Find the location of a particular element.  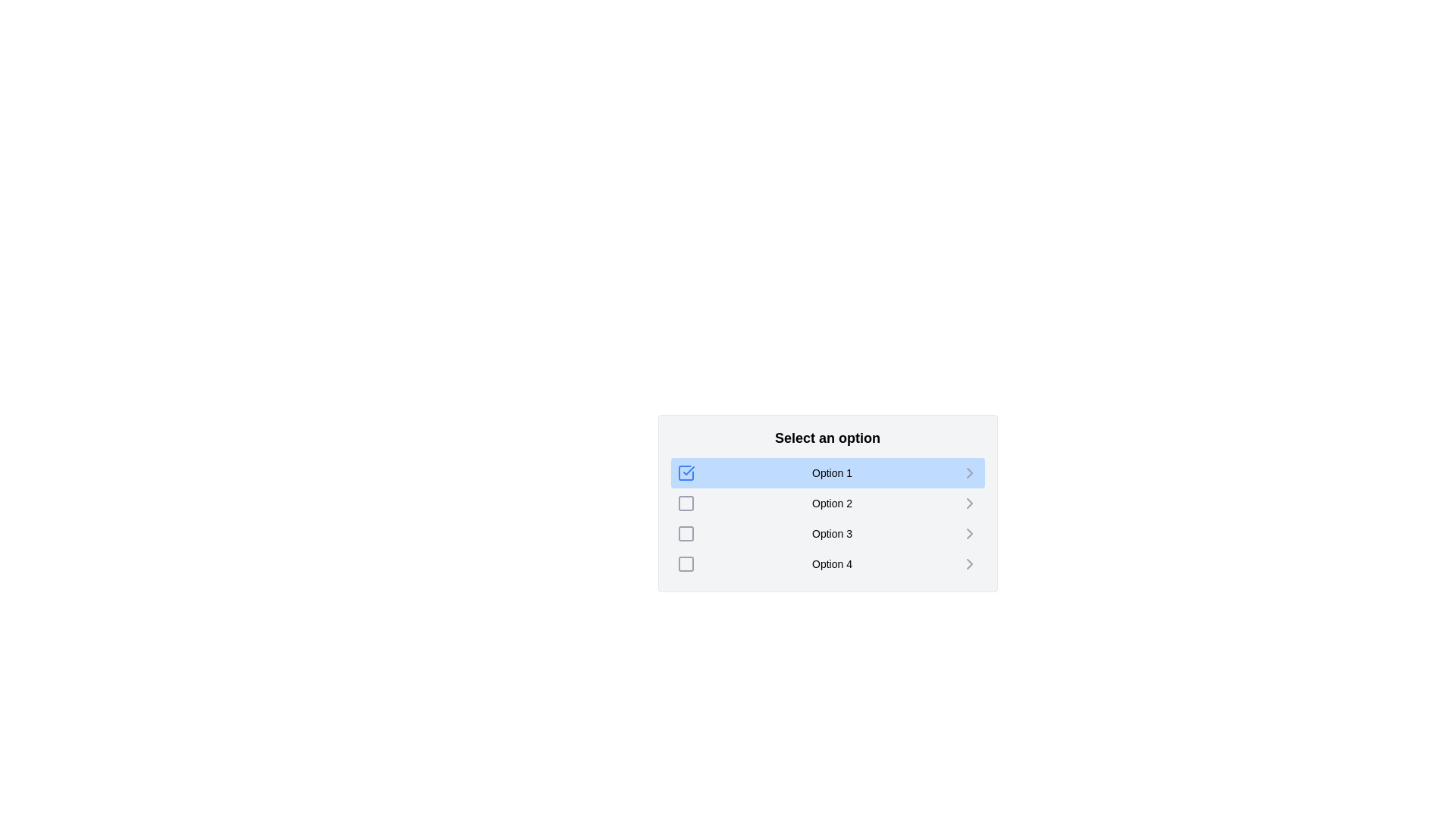

the bold text label displaying 'Select an option', which is prominently styled and positioned above the clickable options in a vertical list is located at coordinates (827, 438).